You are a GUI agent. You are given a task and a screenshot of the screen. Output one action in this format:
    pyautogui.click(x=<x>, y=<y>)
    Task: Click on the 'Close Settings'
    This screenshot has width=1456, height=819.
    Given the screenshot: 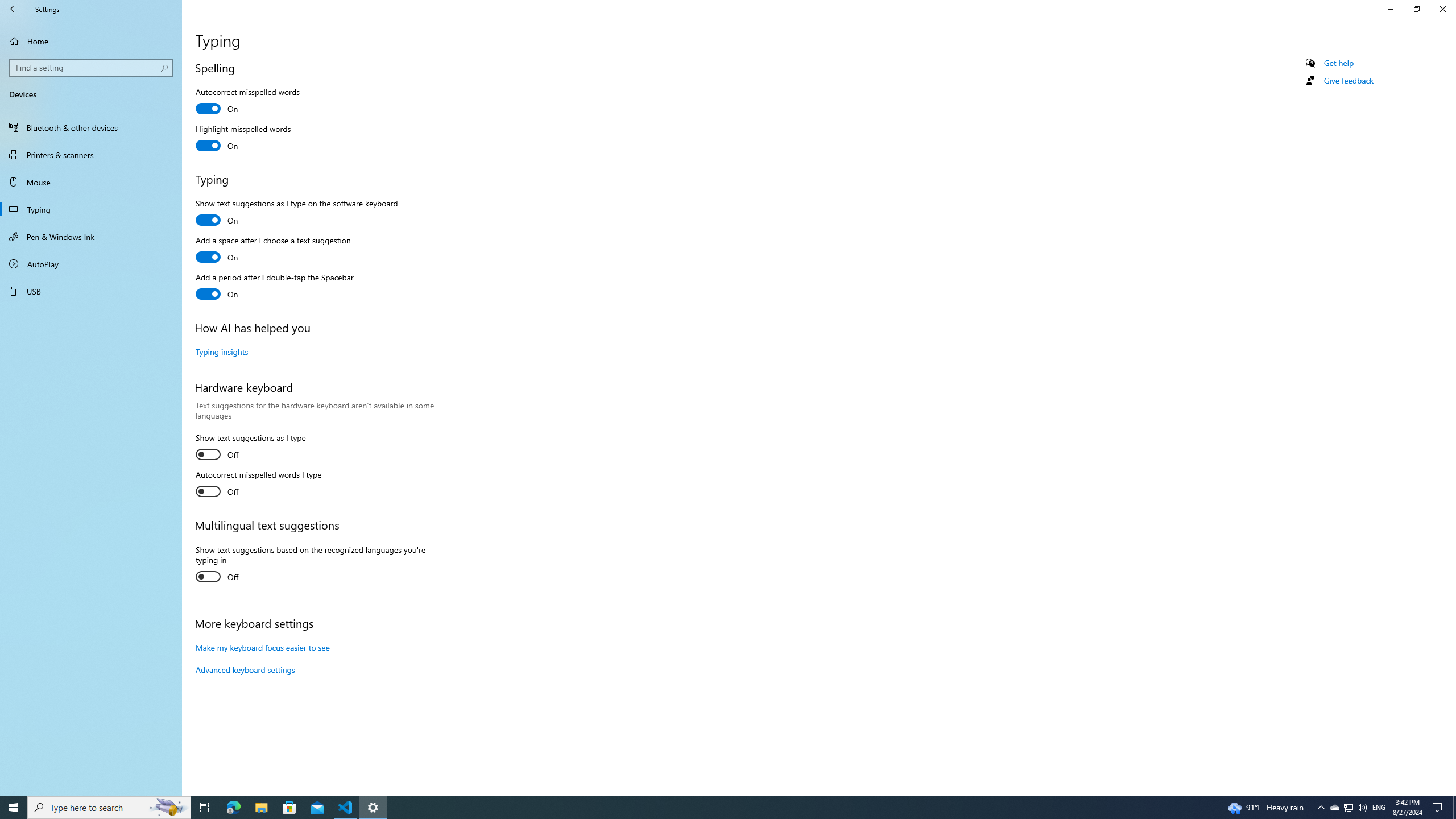 What is the action you would take?
    pyautogui.click(x=1442, y=9)
    